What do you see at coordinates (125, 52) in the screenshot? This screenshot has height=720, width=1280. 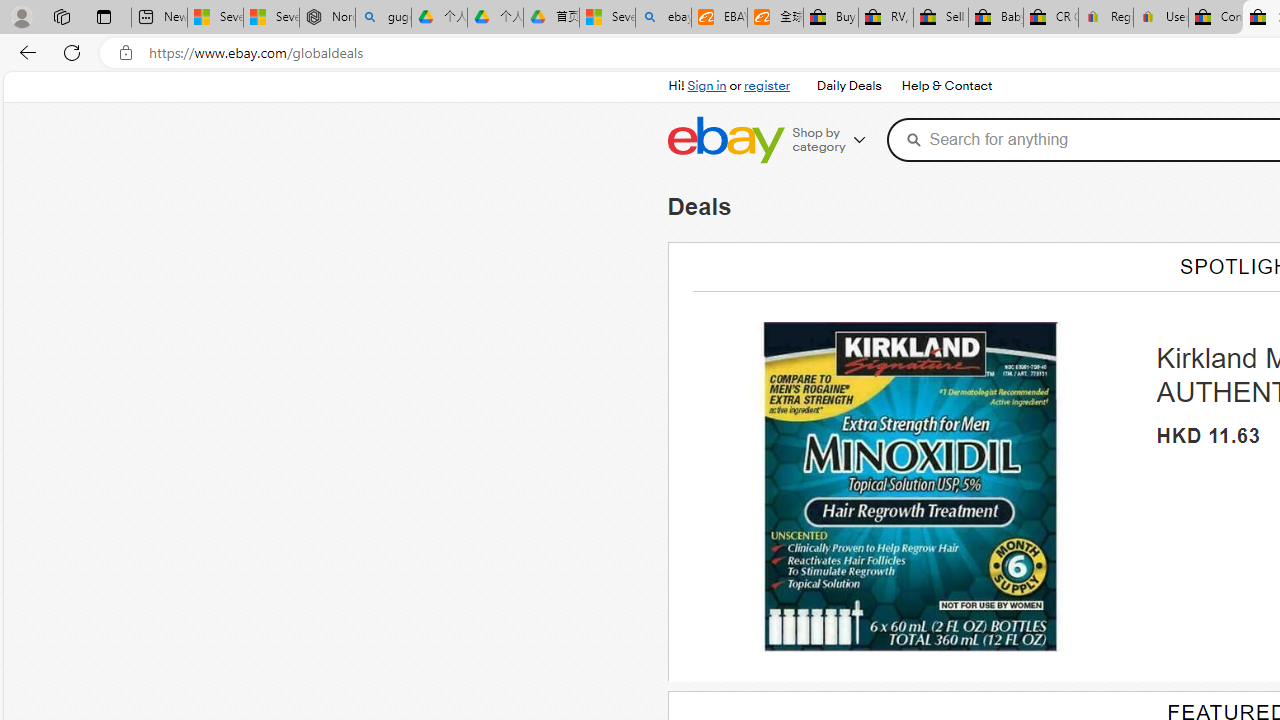 I see `'View site information'` at bounding box center [125, 52].